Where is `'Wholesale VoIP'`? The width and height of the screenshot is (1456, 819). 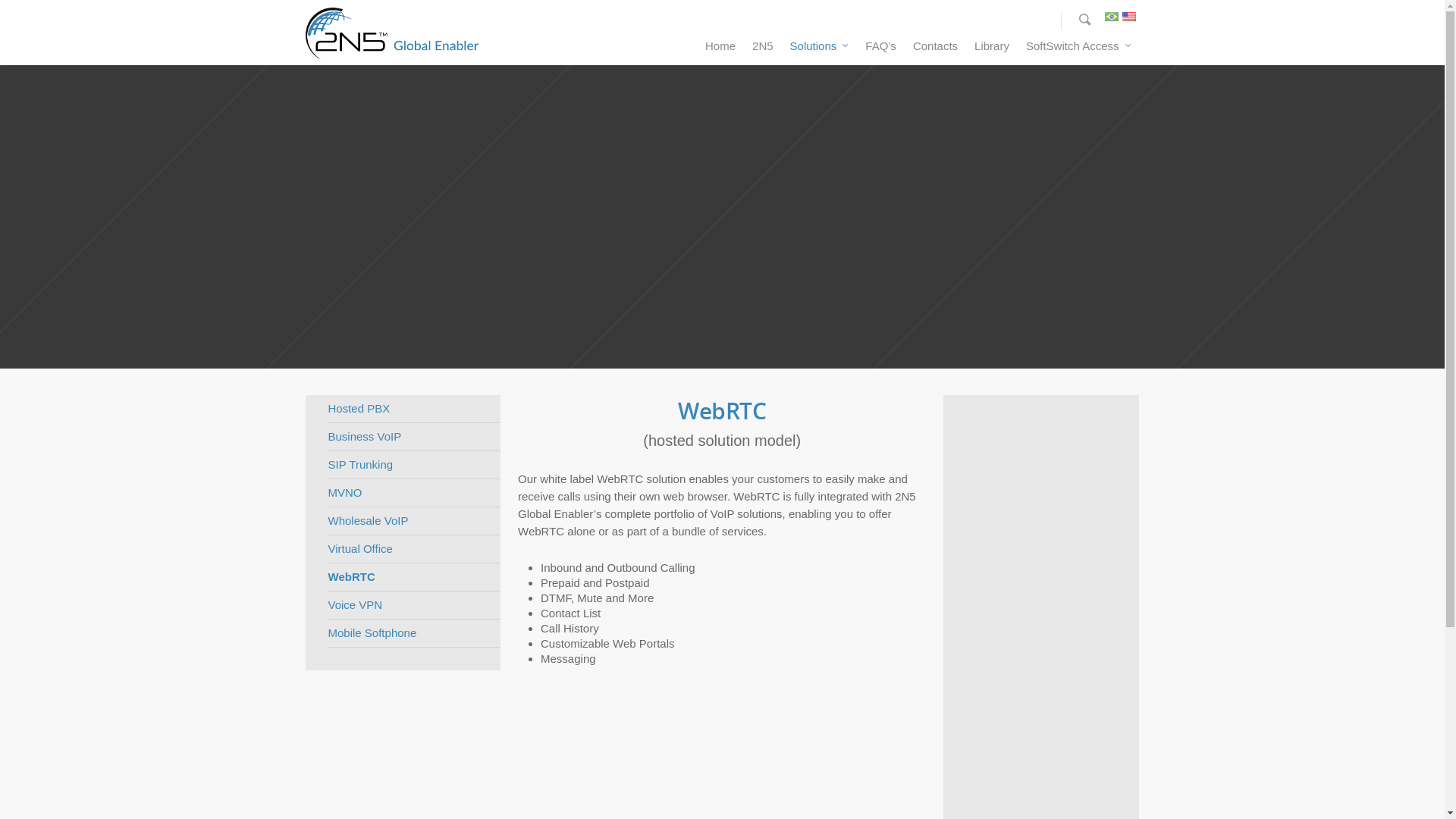 'Wholesale VoIP' is located at coordinates (413, 520).